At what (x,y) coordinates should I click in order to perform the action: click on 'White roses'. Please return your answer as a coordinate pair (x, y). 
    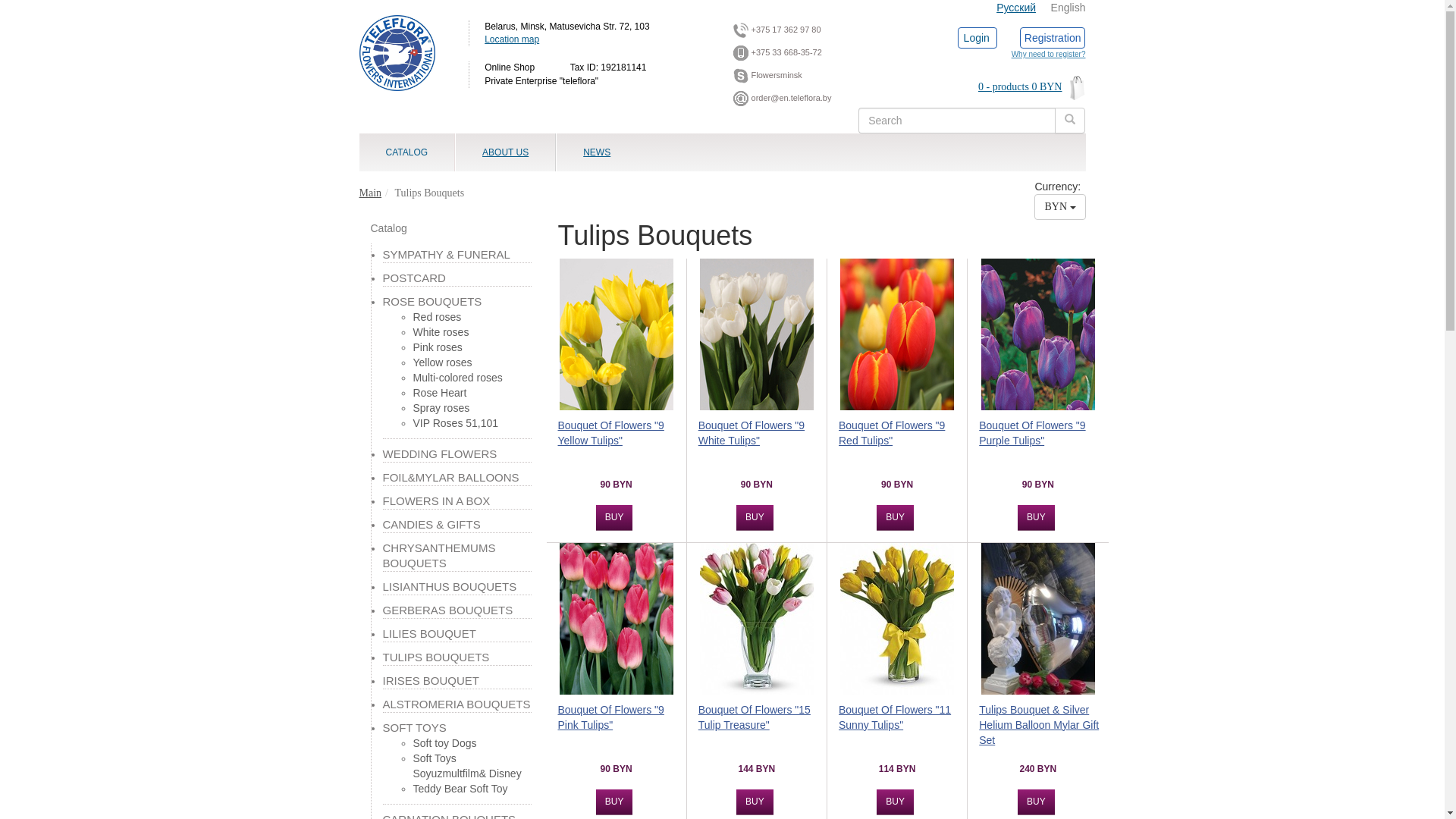
    Looking at the image, I should click on (439, 331).